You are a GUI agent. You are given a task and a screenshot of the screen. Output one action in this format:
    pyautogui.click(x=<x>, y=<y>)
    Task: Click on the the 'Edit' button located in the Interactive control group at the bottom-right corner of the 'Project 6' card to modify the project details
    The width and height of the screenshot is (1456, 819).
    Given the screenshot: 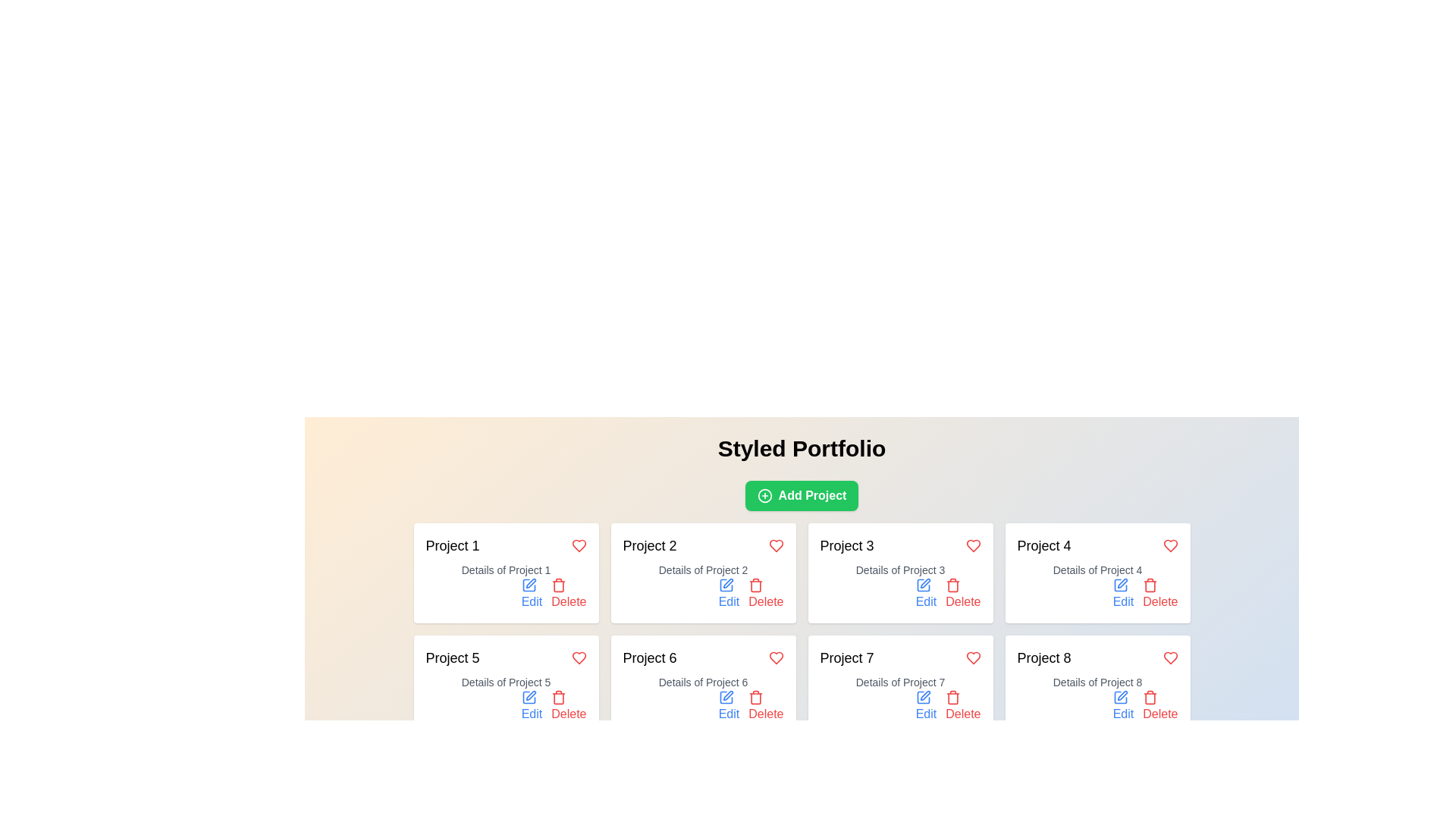 What is the action you would take?
    pyautogui.click(x=702, y=707)
    